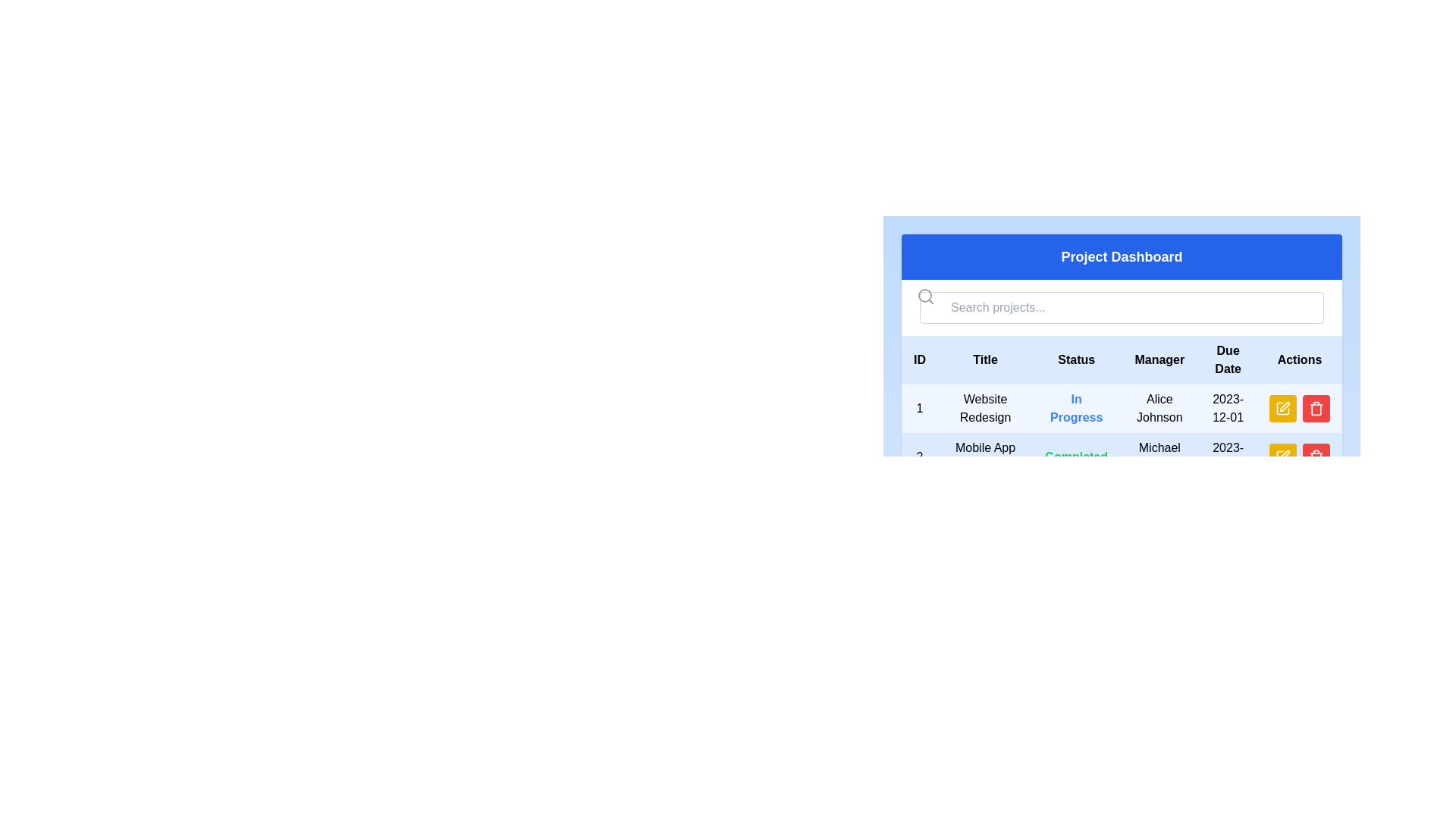 Image resolution: width=1456 pixels, height=819 pixels. Describe the element at coordinates (1122, 256) in the screenshot. I see `the 'Project Dashboard' text header with a vibrant blue background, located at the top of the content section above the search input box` at that location.